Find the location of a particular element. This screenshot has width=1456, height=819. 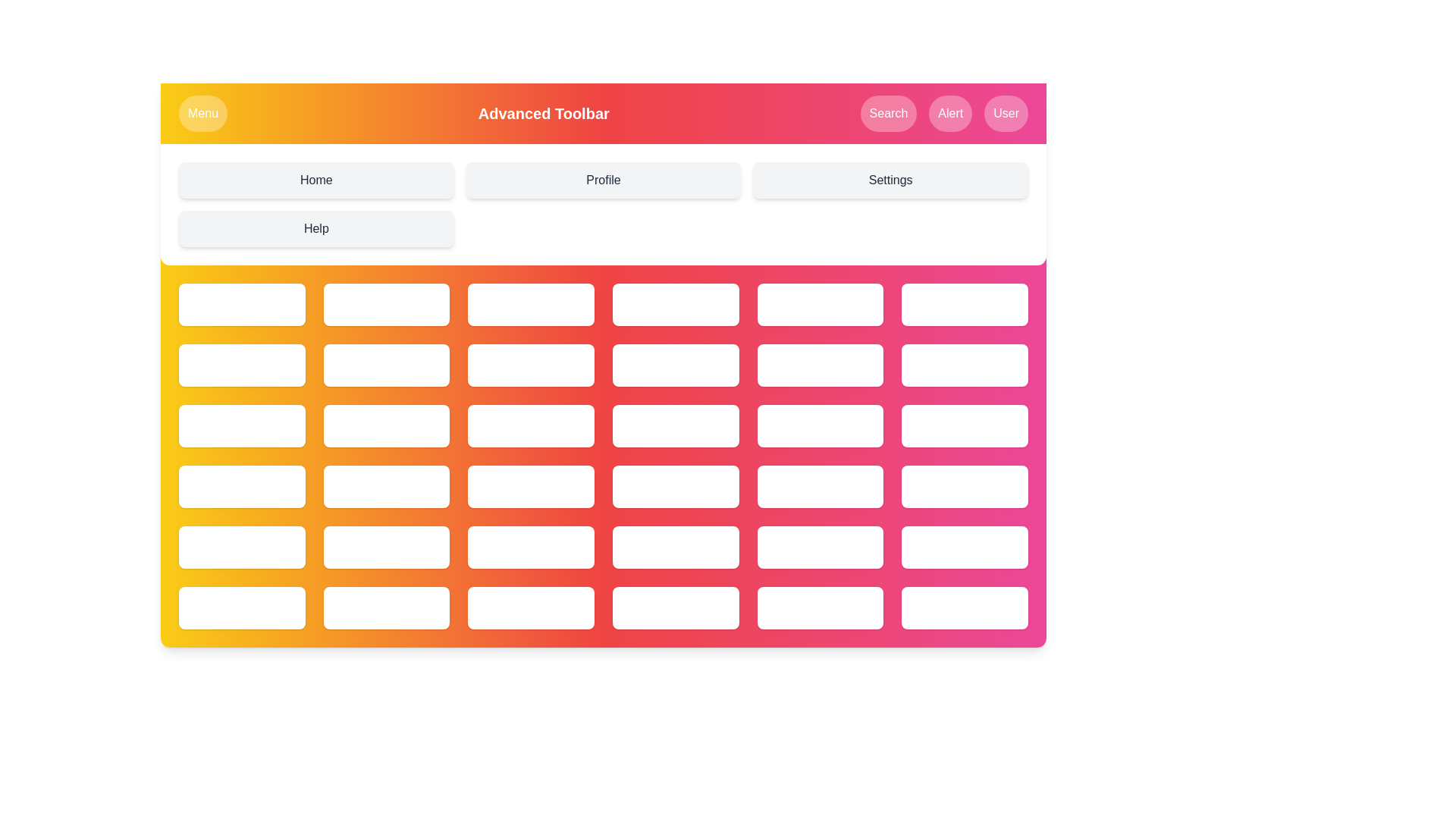

the menu option Help from the grid is located at coordinates (315, 228).